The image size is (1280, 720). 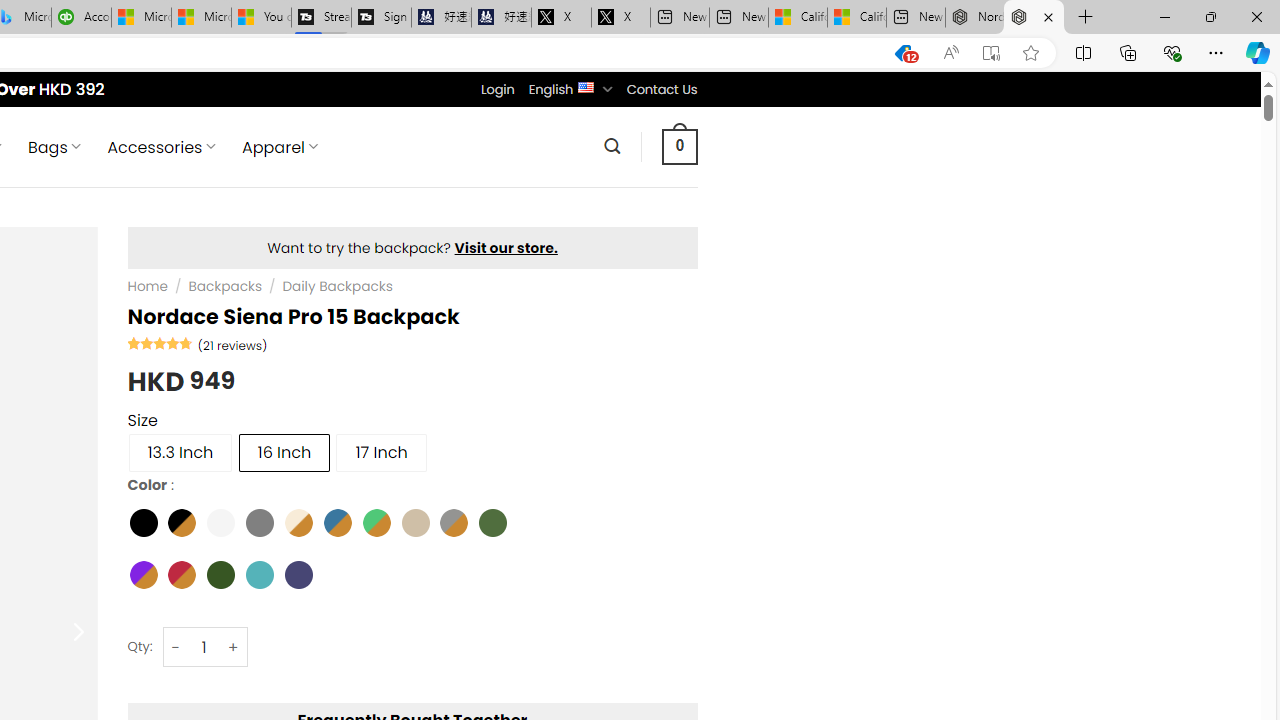 I want to click on 'Home', so click(x=146, y=286).